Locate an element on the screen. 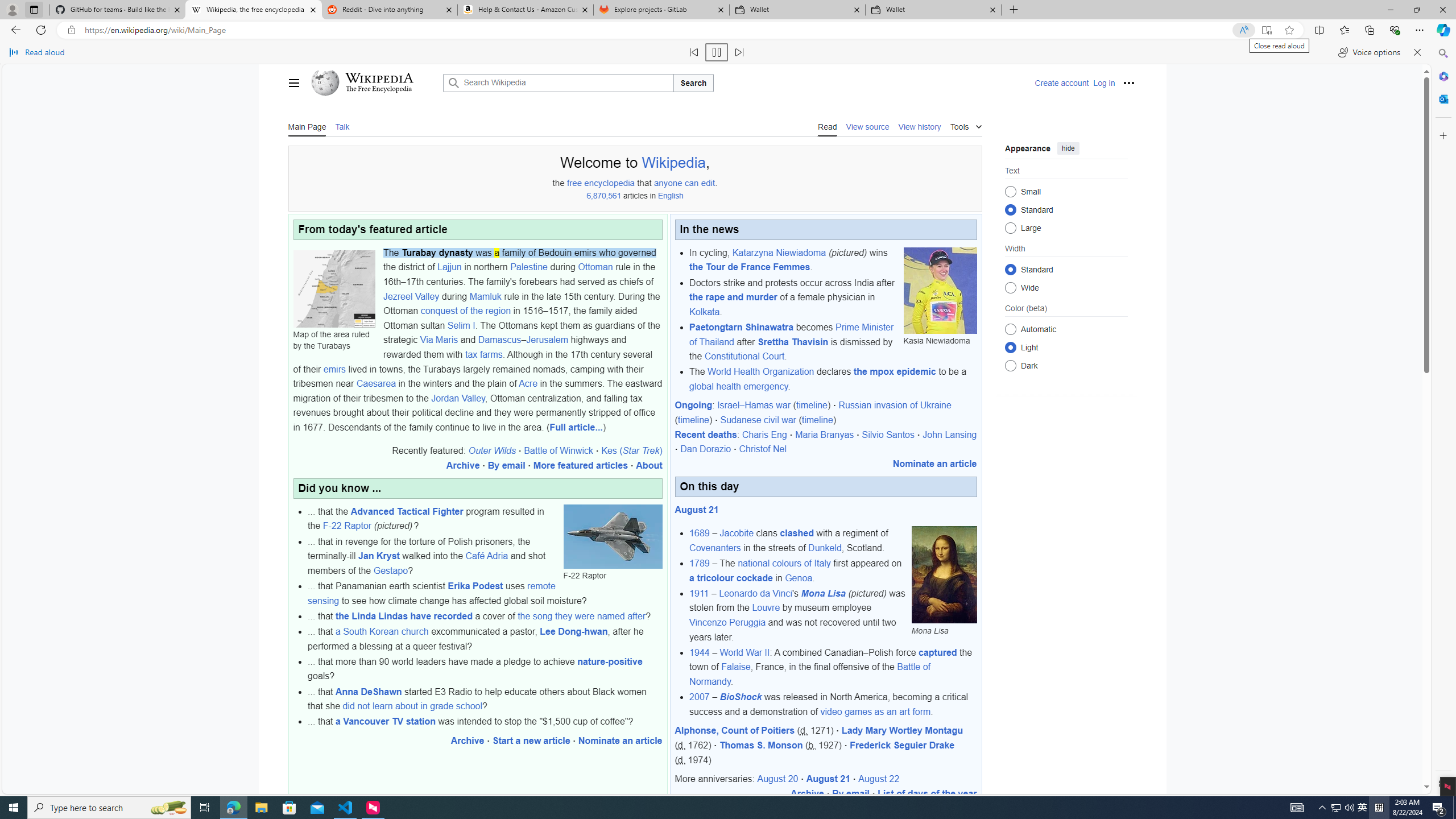  'August 22' is located at coordinates (878, 779).